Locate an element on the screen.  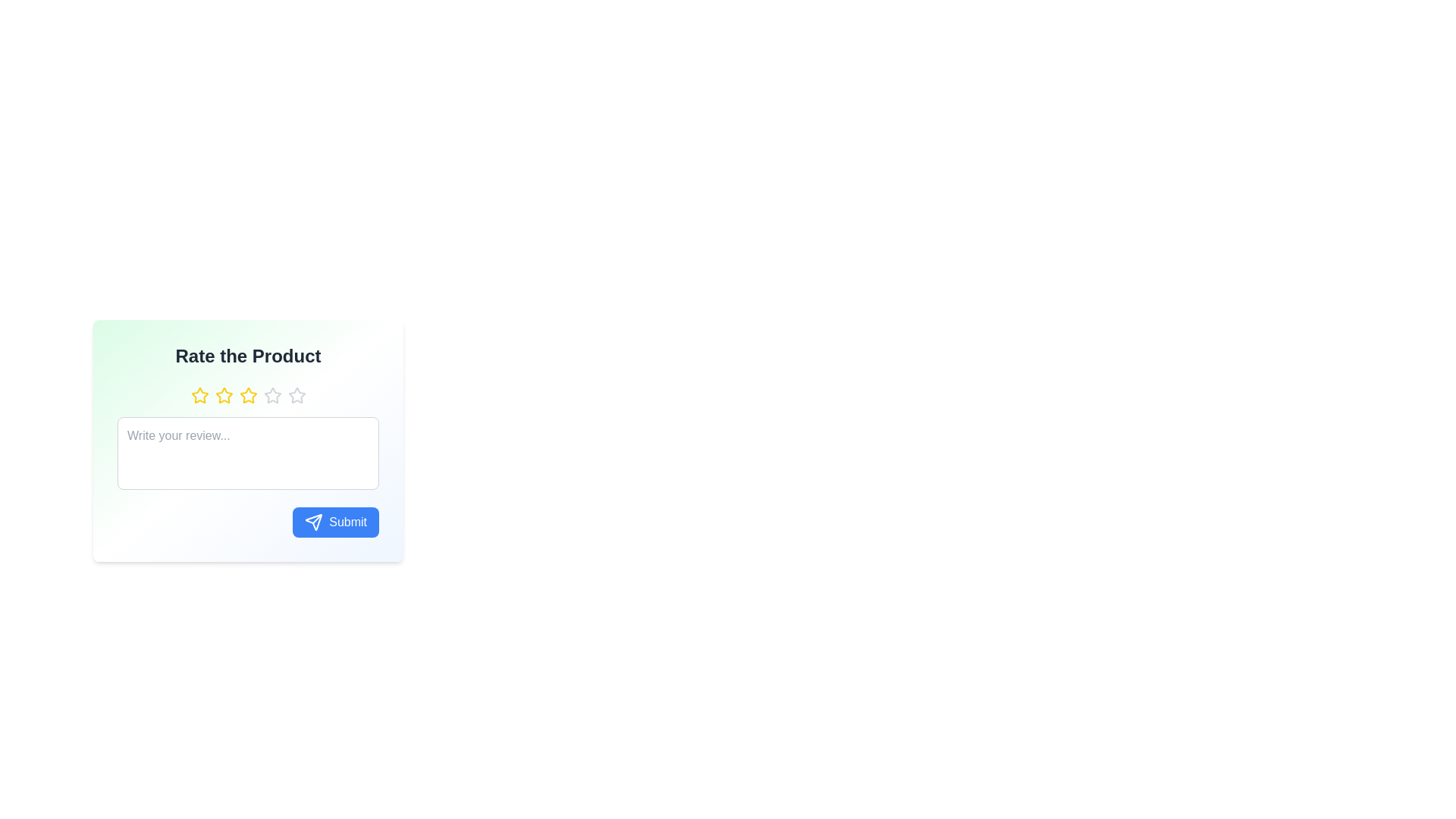
the star corresponding to the desired rating, where the rating is specified as 2 is located at coordinates (223, 394).